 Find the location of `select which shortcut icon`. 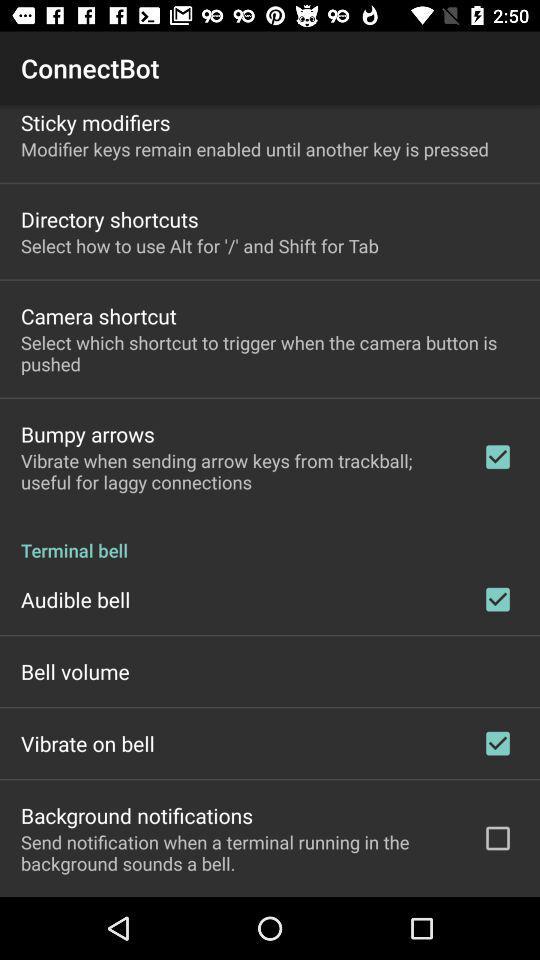

select which shortcut icon is located at coordinates (270, 353).